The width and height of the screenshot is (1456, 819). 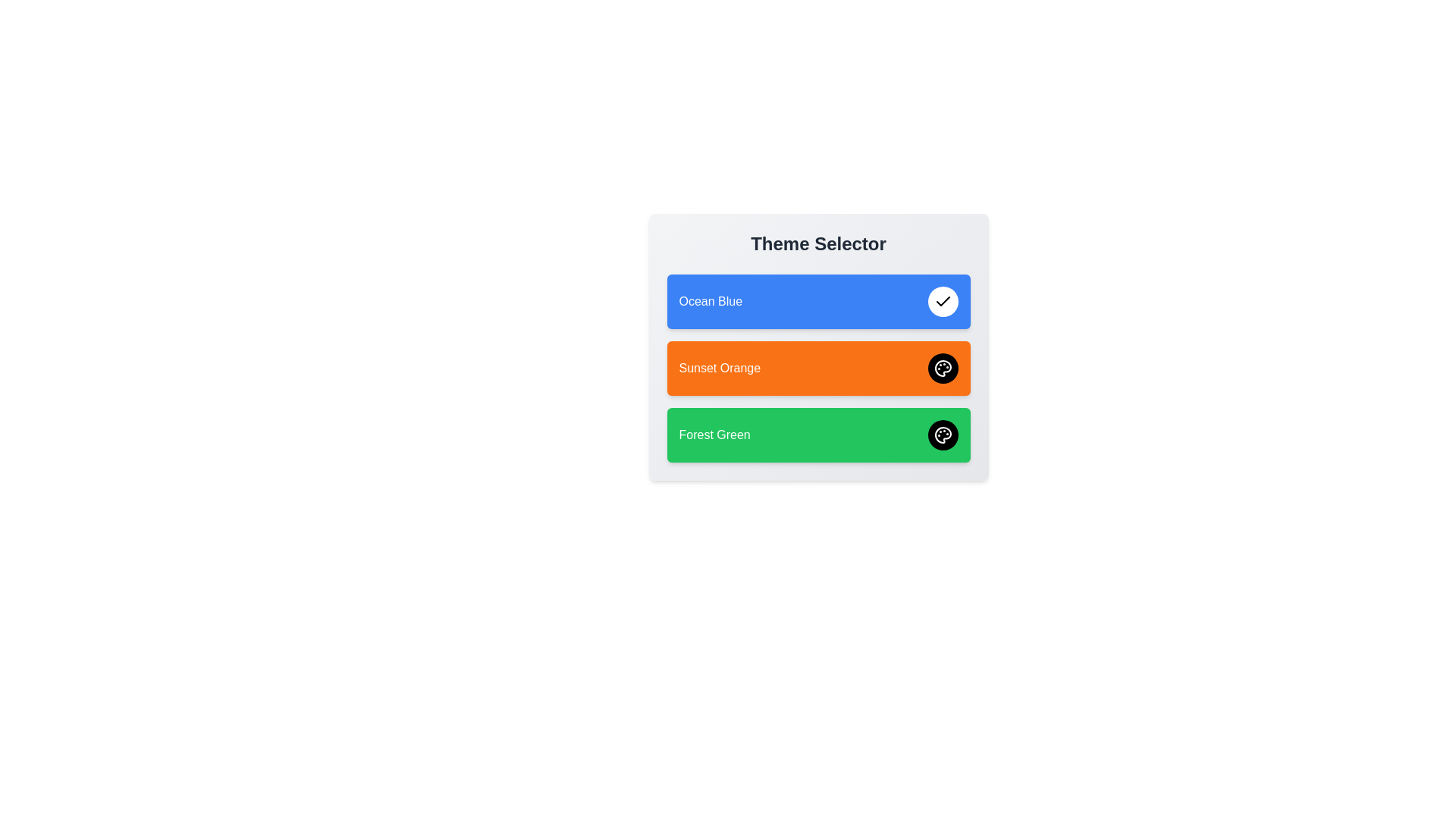 What do you see at coordinates (817, 243) in the screenshot?
I see `the 'Theme Selector' header to interact with it` at bounding box center [817, 243].